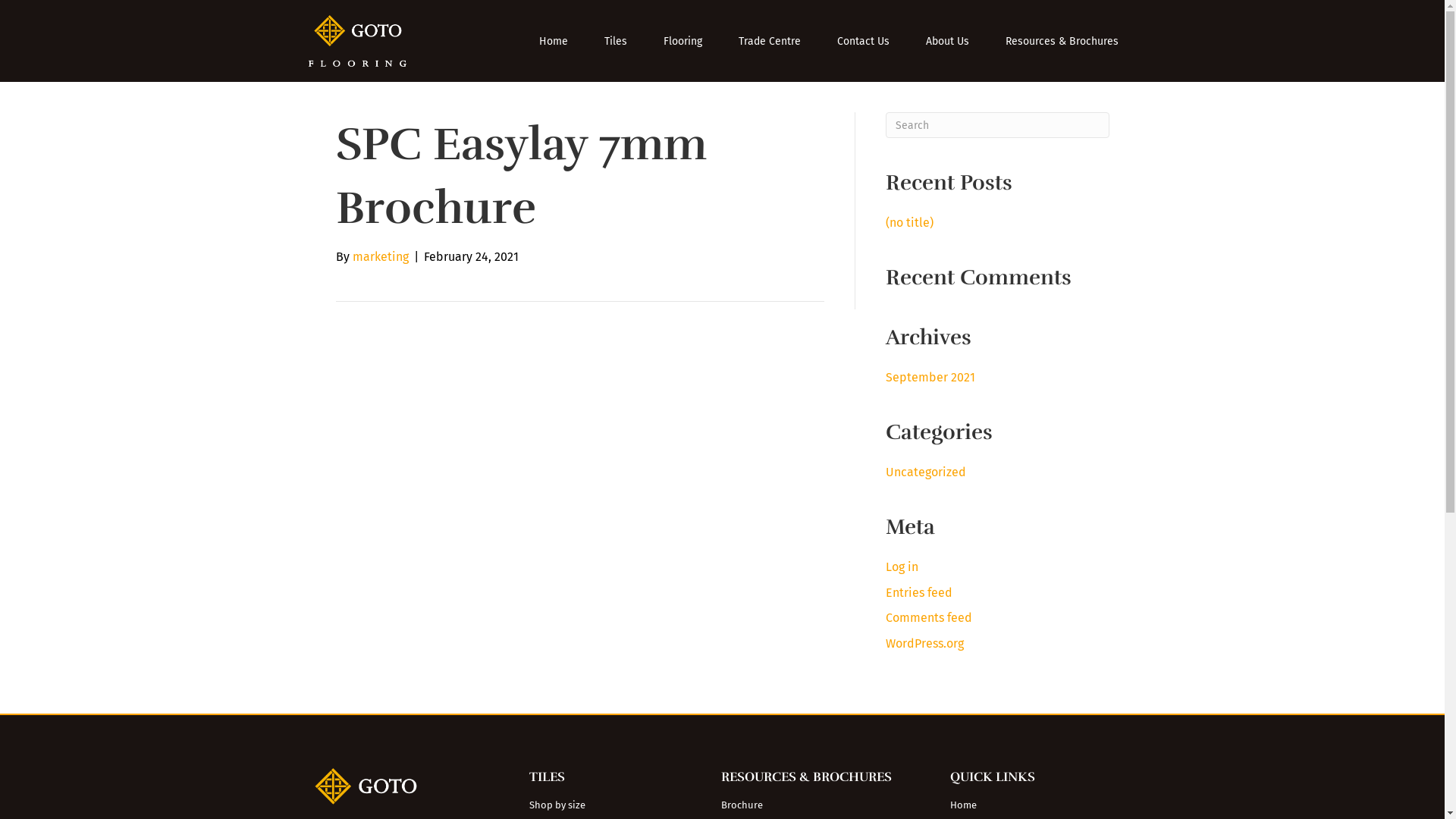 The image size is (1456, 819). Describe the element at coordinates (997, 124) in the screenshot. I see `'Type and press Enter to search.'` at that location.